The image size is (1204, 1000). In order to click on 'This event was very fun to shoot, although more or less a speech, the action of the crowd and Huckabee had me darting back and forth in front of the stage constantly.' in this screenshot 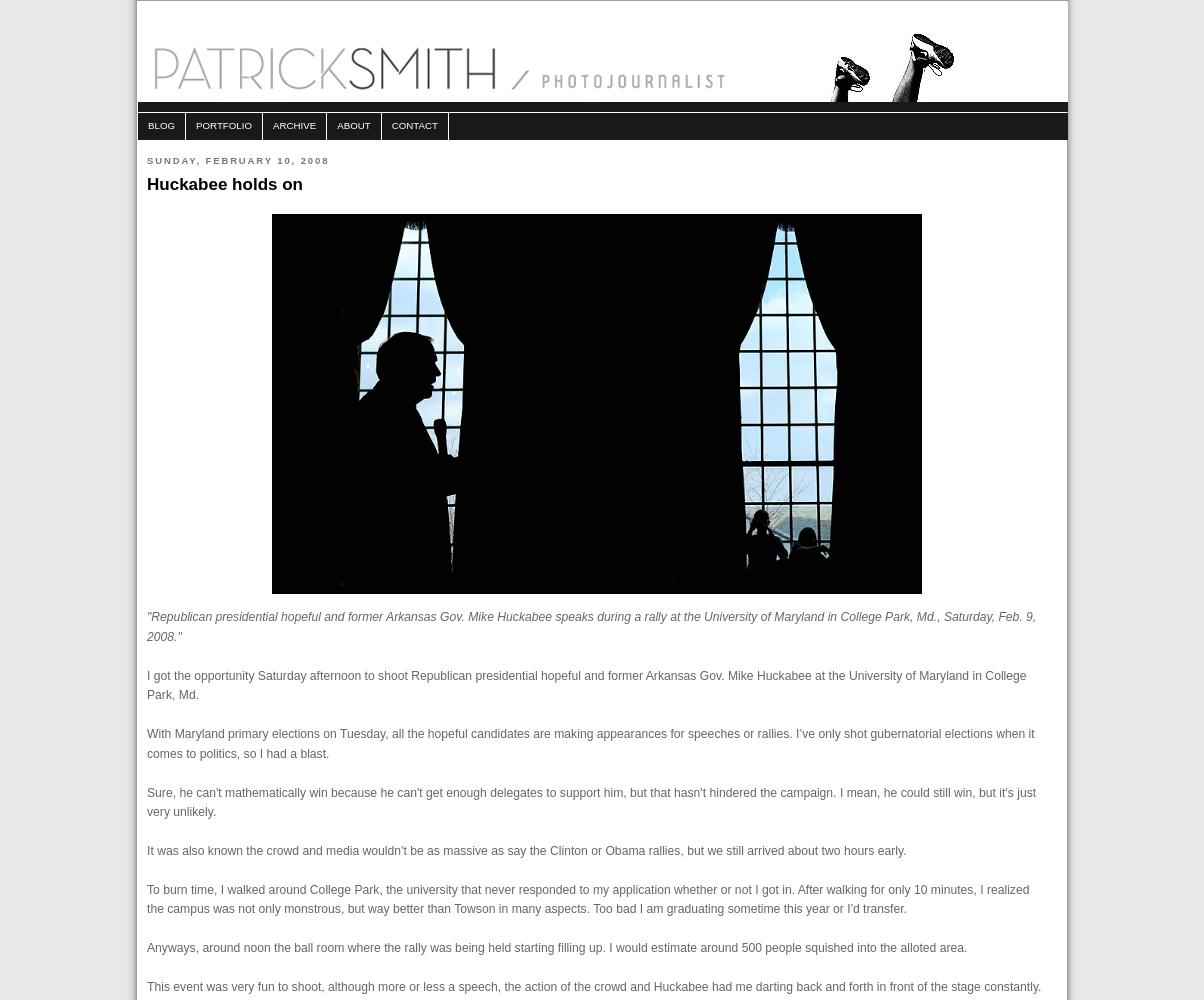, I will do `click(594, 986)`.